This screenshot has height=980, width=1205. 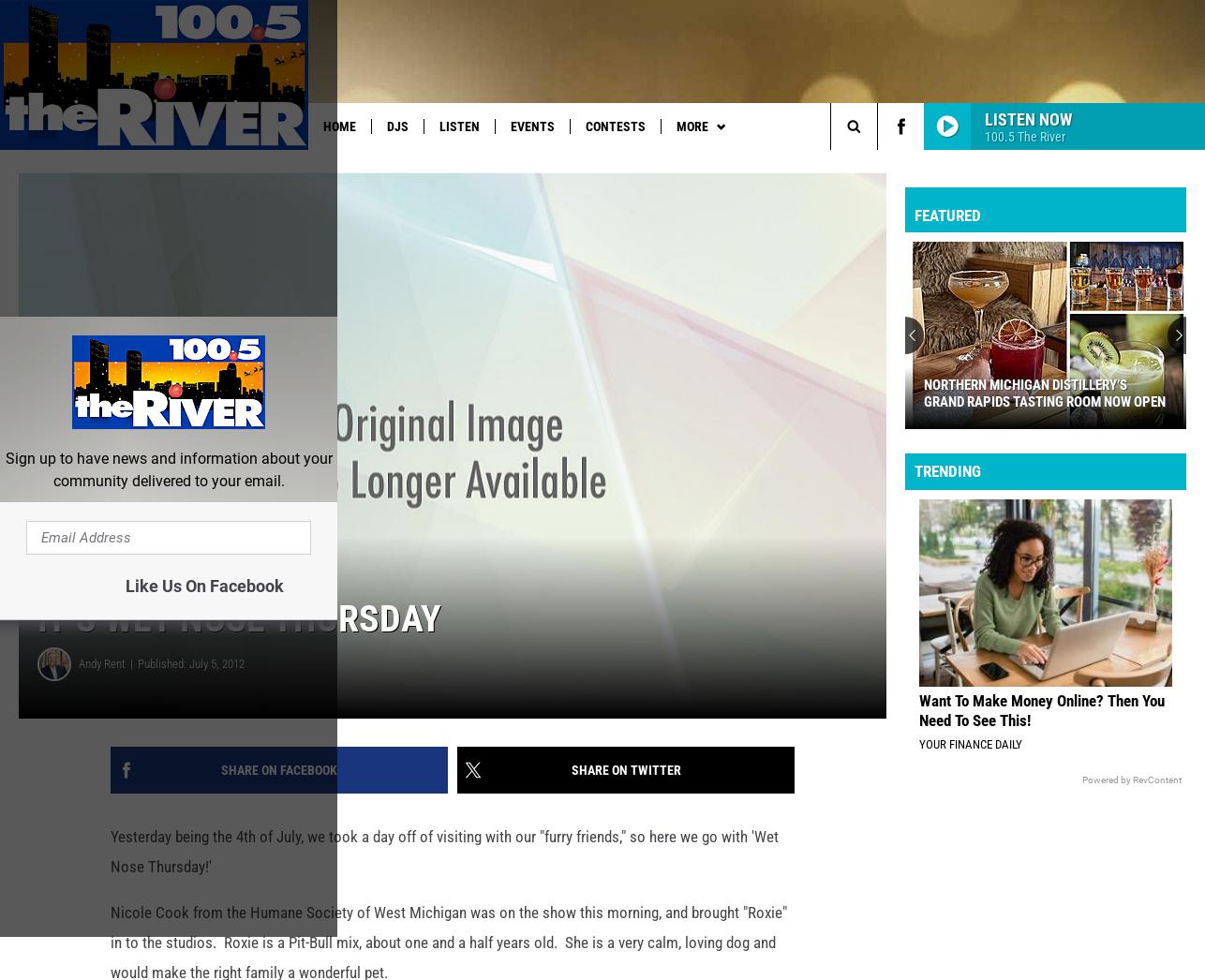 I want to click on 'Holiday Deals', so click(x=819, y=165).